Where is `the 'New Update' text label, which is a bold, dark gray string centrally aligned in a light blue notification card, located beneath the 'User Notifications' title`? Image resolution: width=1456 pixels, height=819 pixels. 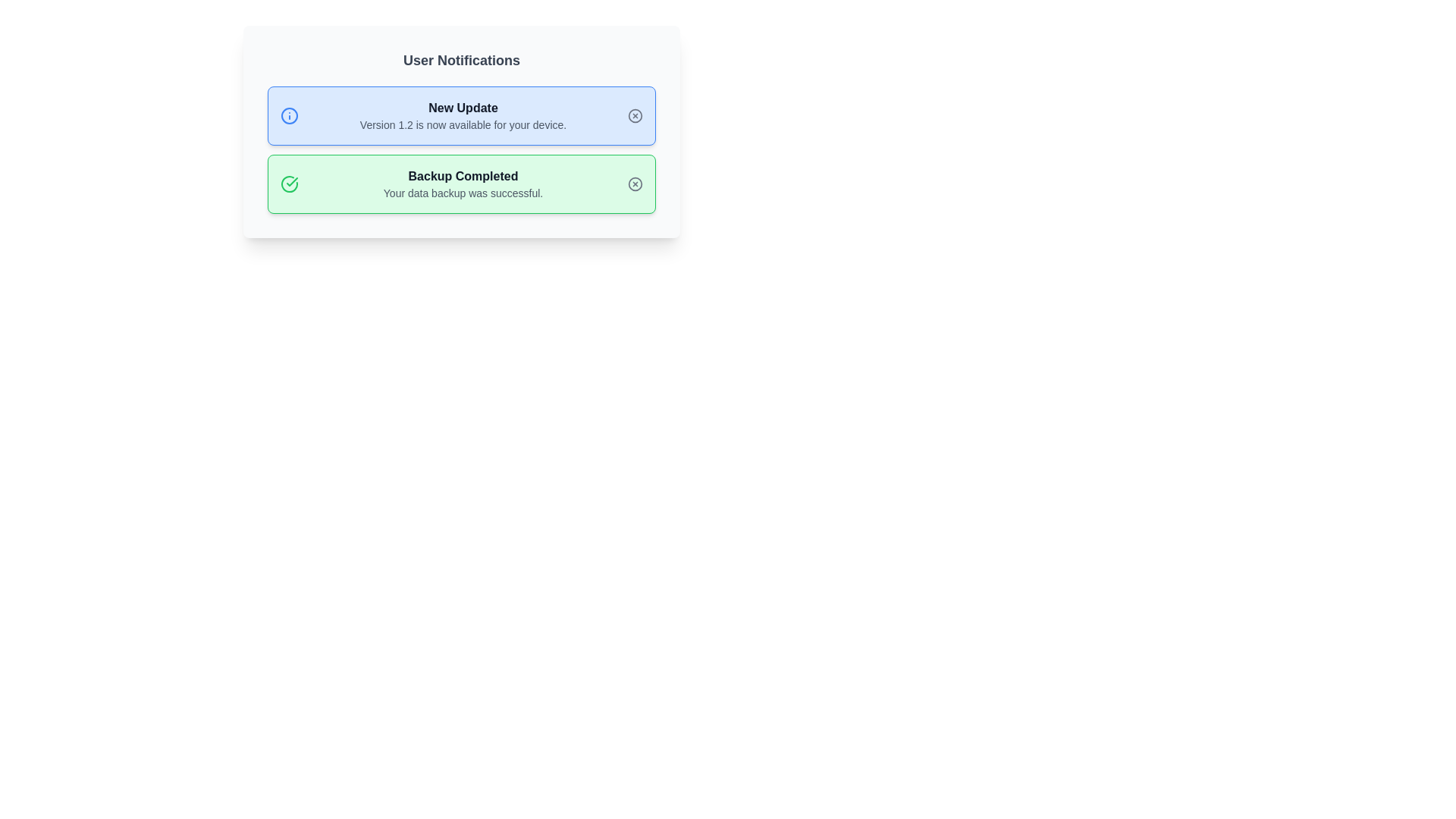 the 'New Update' text label, which is a bold, dark gray string centrally aligned in a light blue notification card, located beneath the 'User Notifications' title is located at coordinates (462, 107).